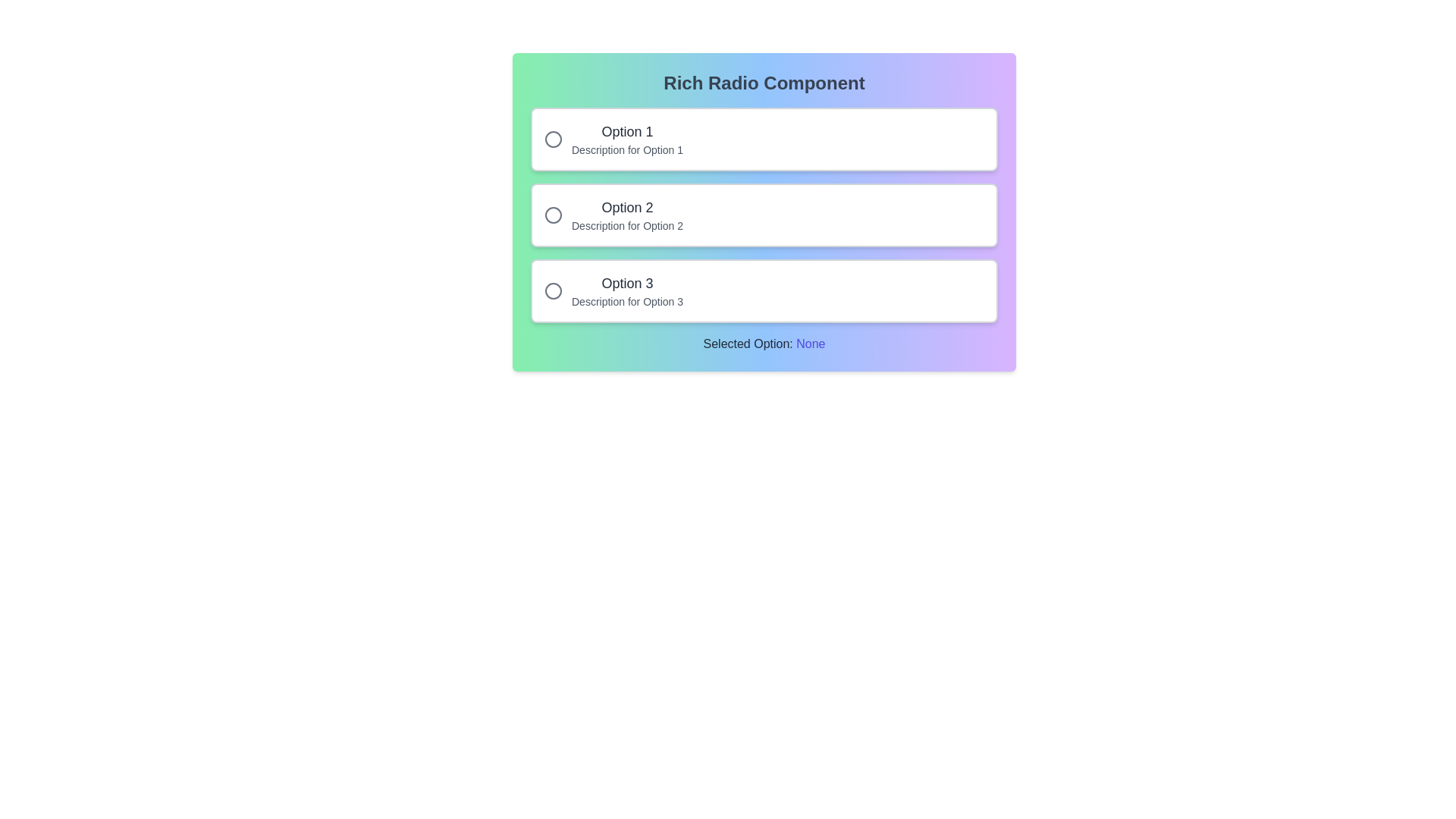  Describe the element at coordinates (552, 291) in the screenshot. I see `the radio button for 'Option 3' which is positioned to the left of the text in the third section of a vertical list` at that location.